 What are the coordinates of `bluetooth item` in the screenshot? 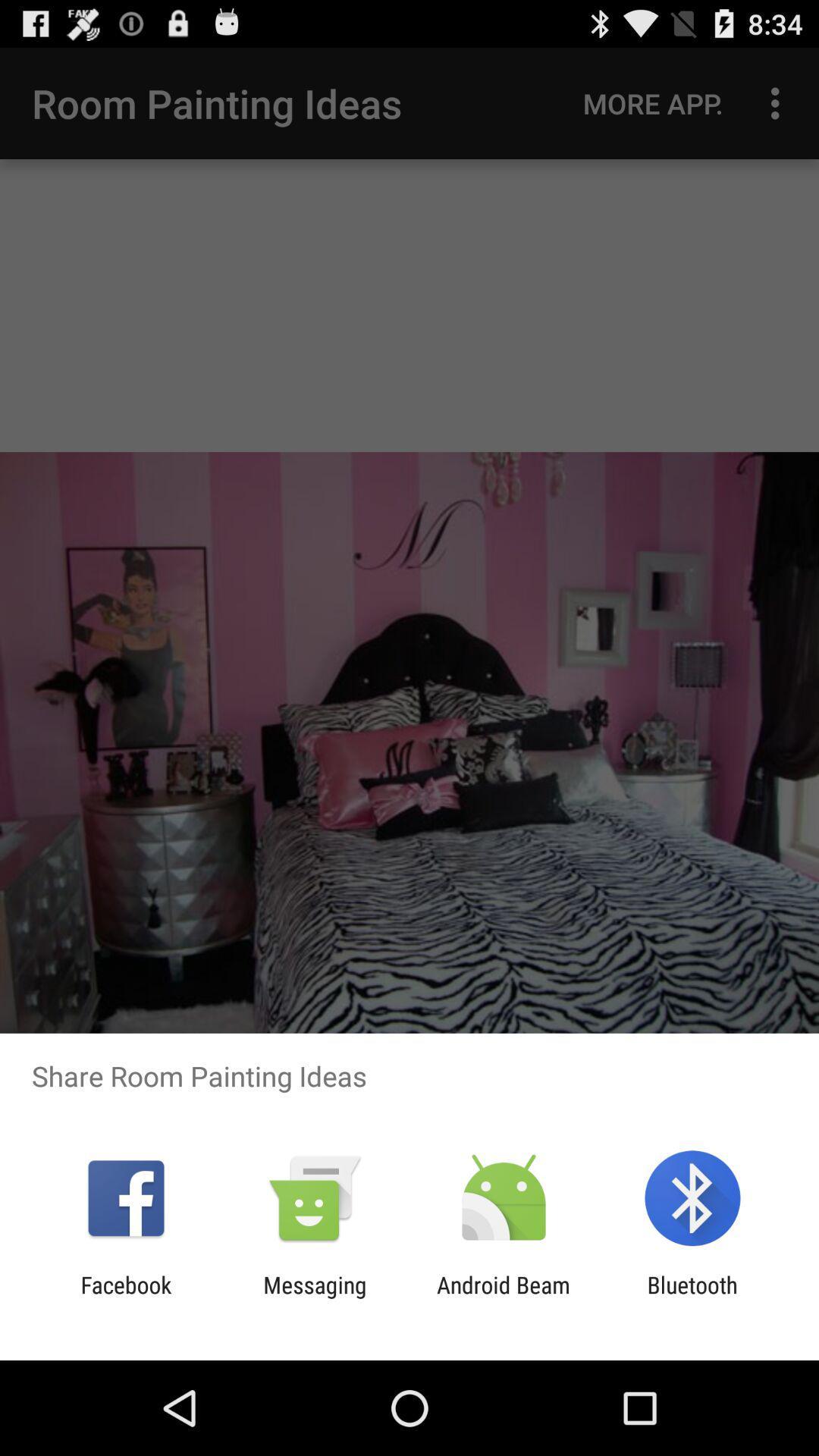 It's located at (692, 1298).